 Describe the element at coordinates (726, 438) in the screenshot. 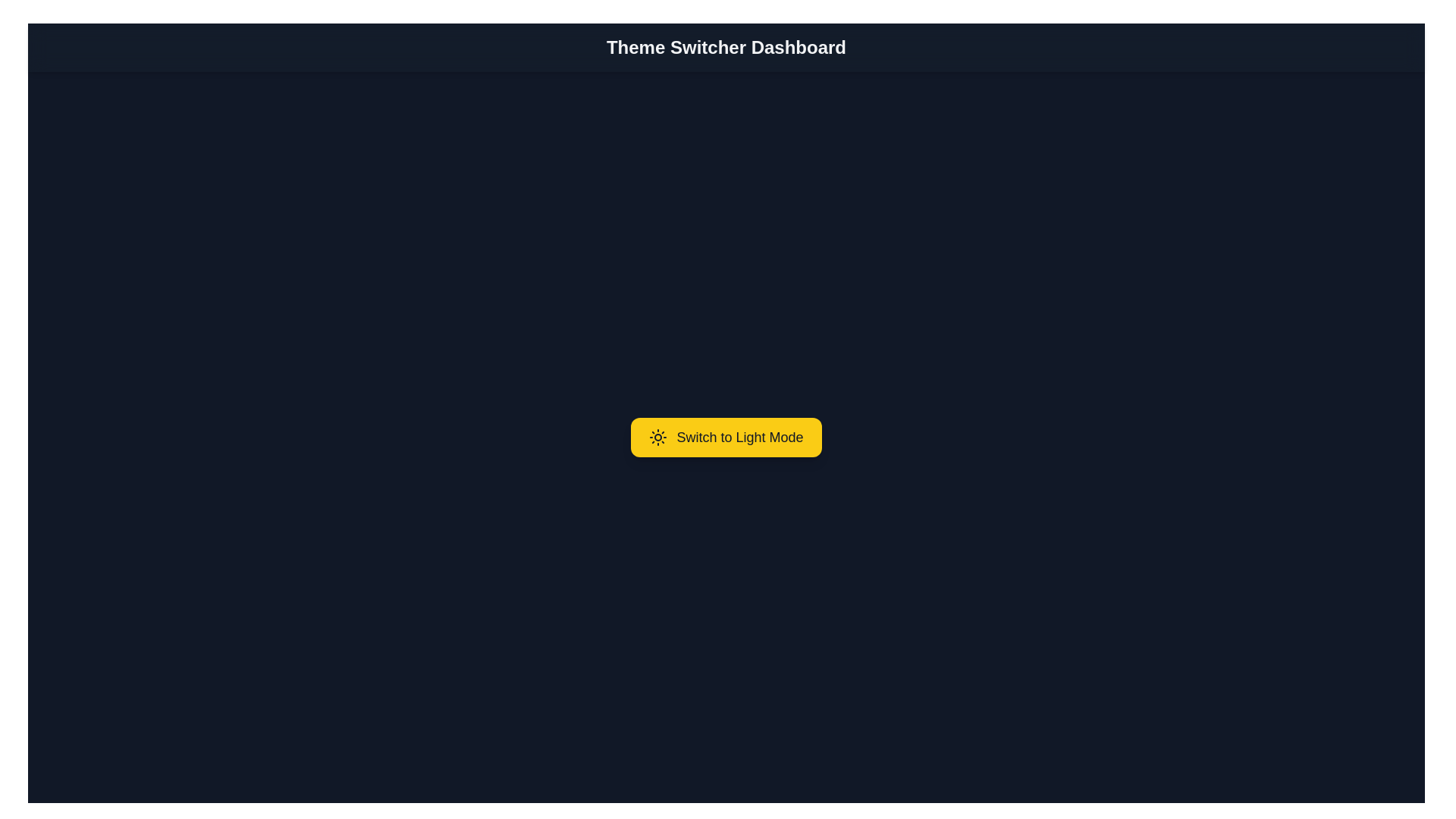

I see `the 'Switch to Light Mode' button to observe the hover effect` at that location.